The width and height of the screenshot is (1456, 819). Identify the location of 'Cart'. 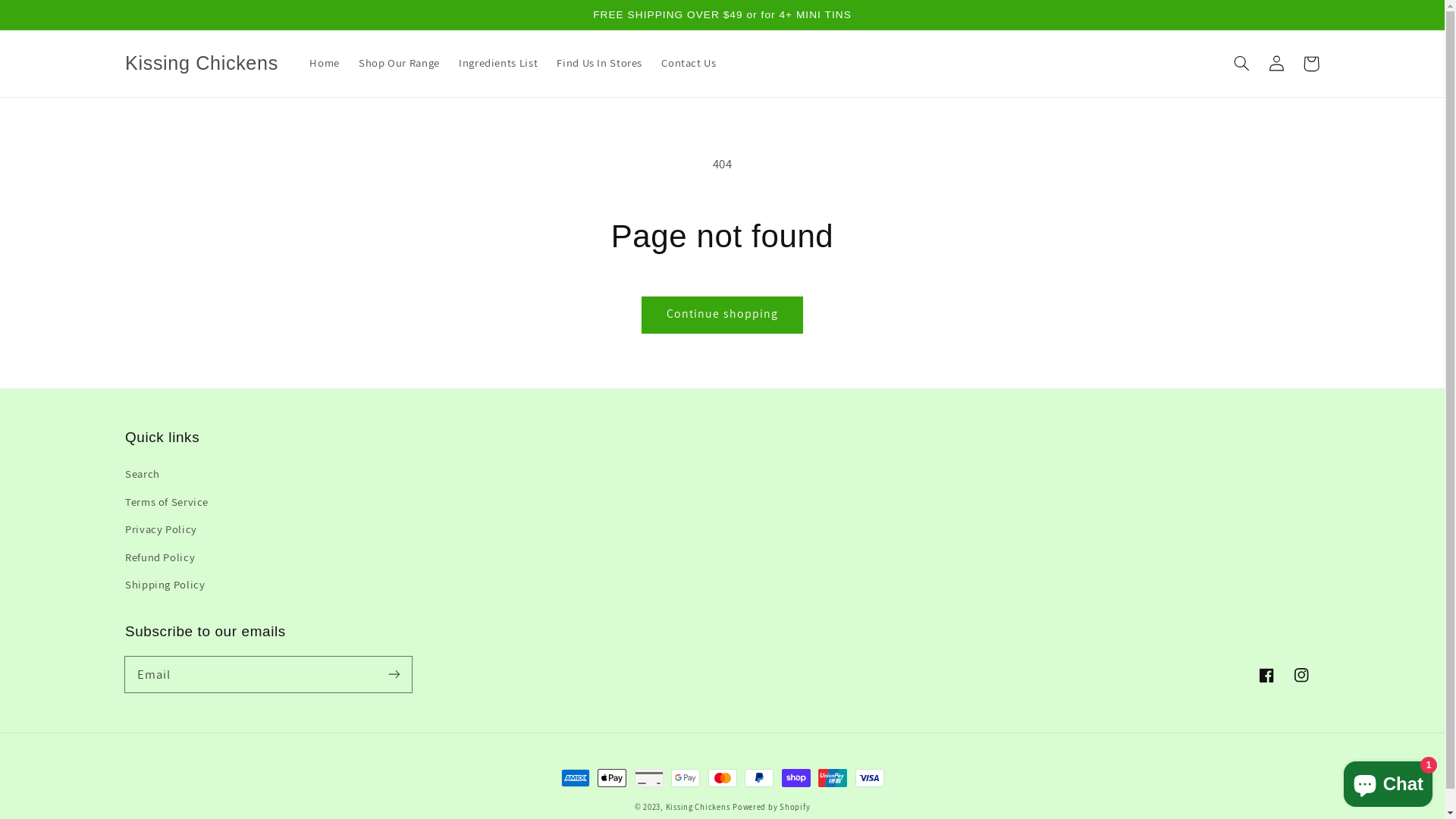
(1310, 63).